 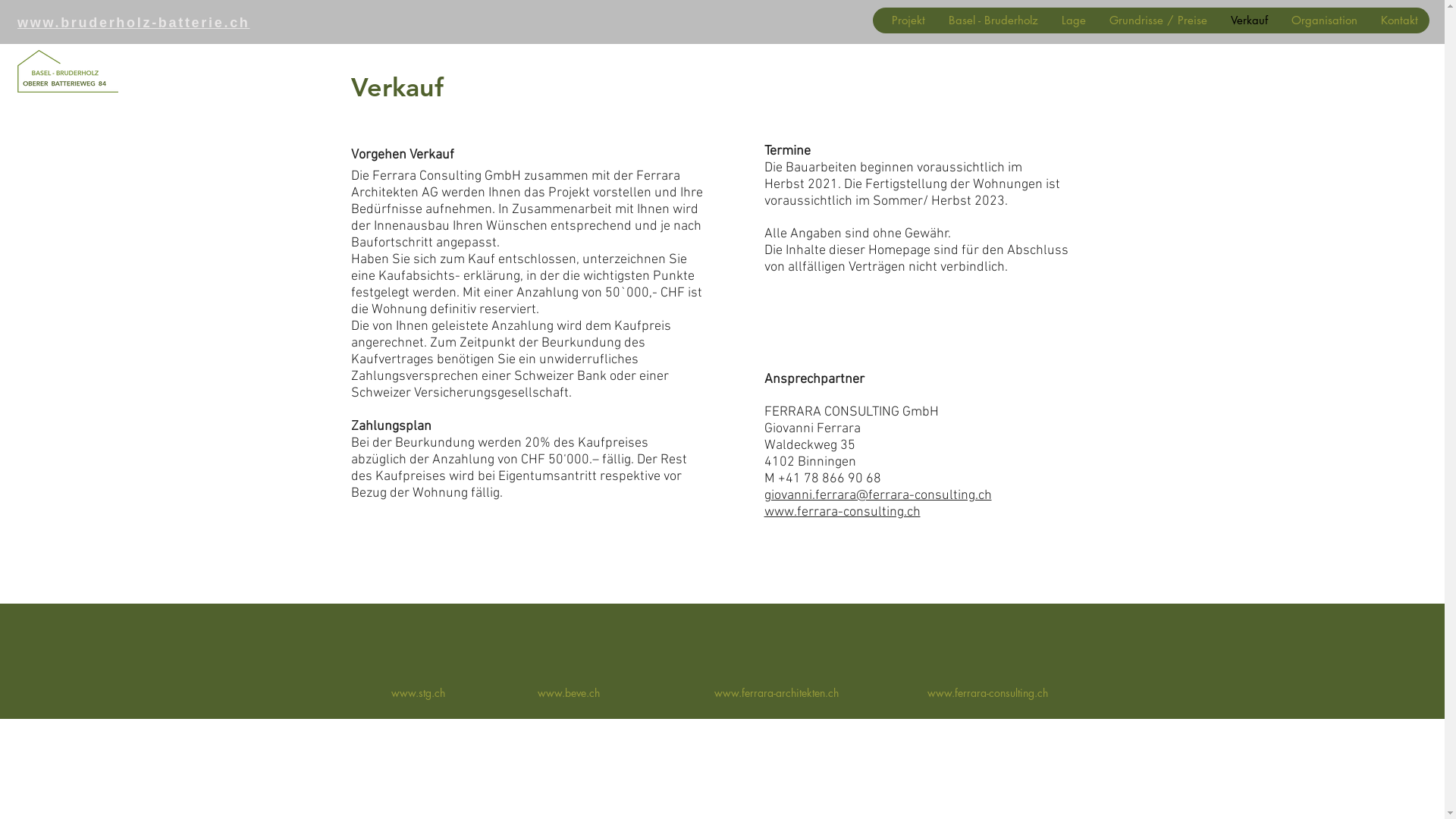 I want to click on 'Grundrisse / Preise', so click(x=1156, y=20).